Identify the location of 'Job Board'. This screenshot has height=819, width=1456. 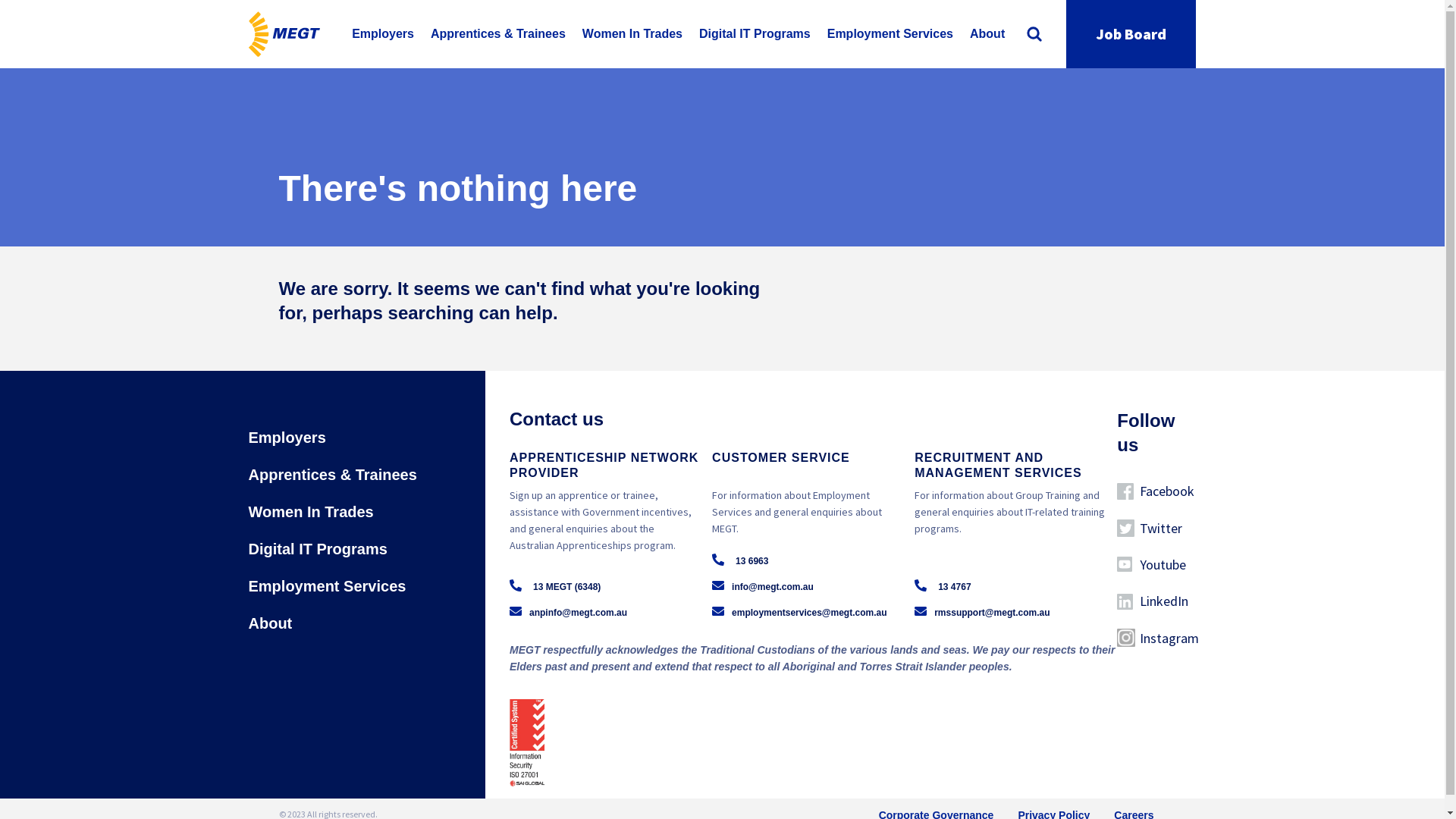
(1131, 34).